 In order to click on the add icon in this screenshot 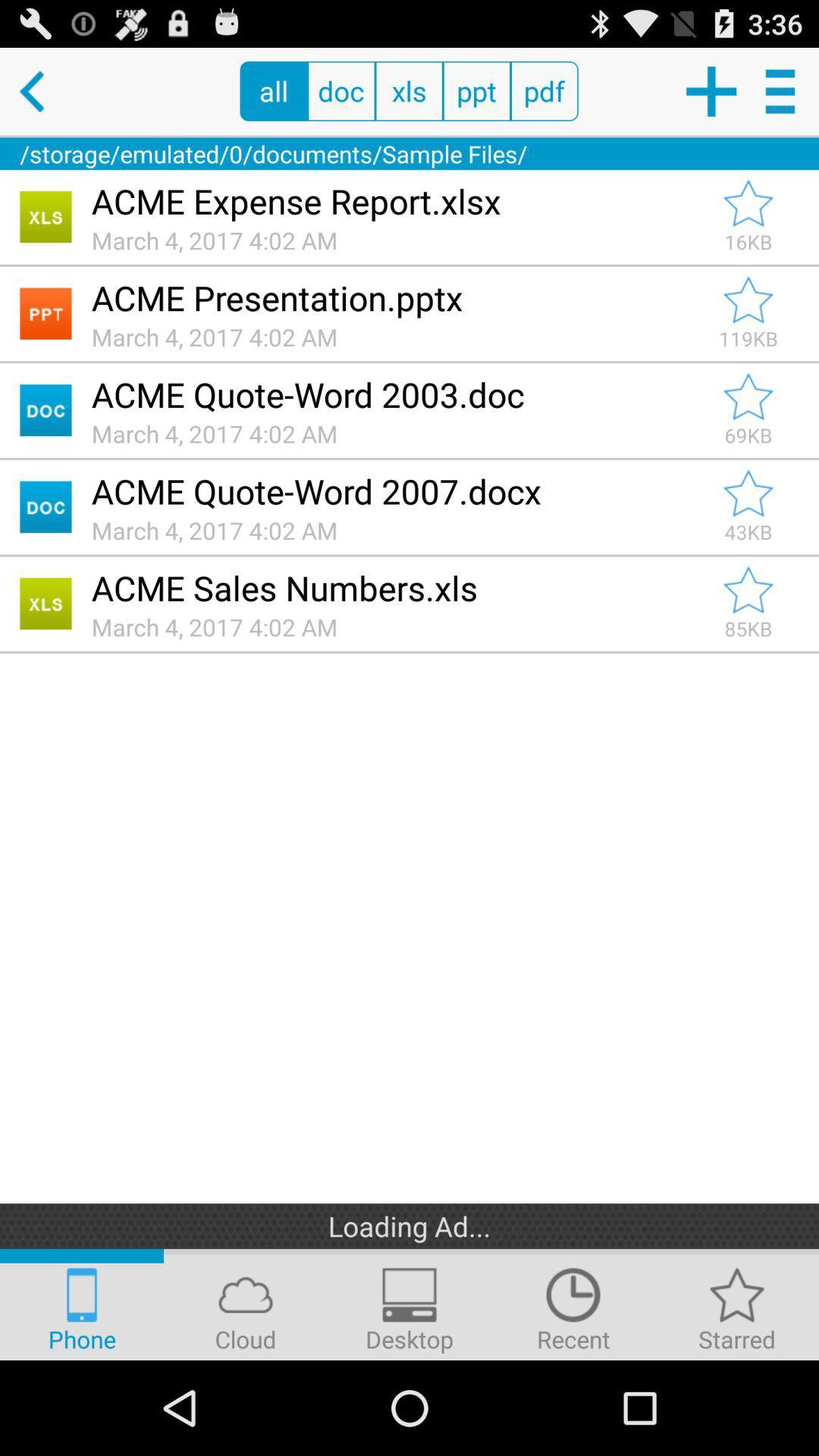, I will do `click(711, 97)`.